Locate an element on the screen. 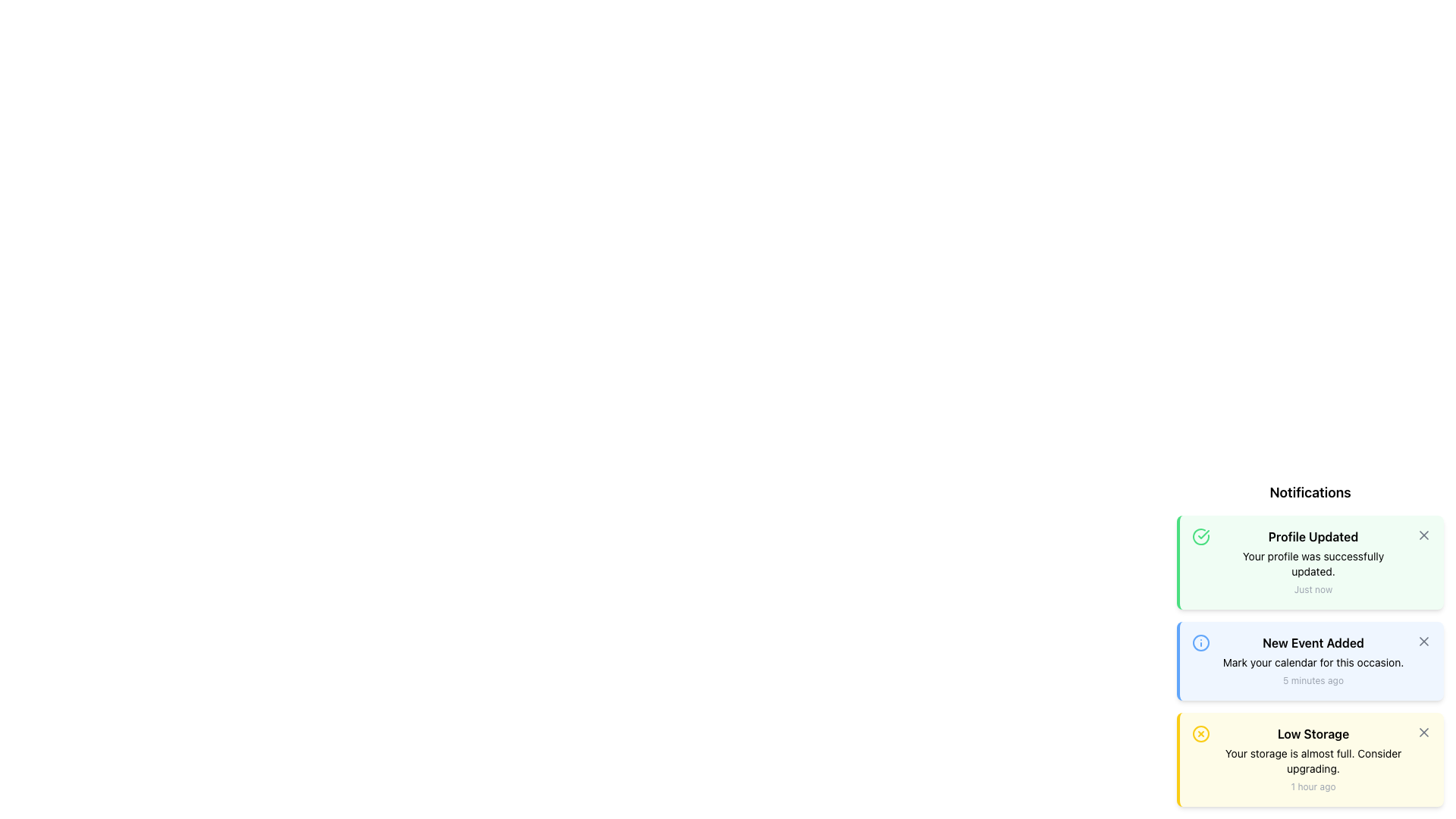  the circle element which is part of the notification icon in the second notification card titled 'New Event Added' is located at coordinates (1200, 643).